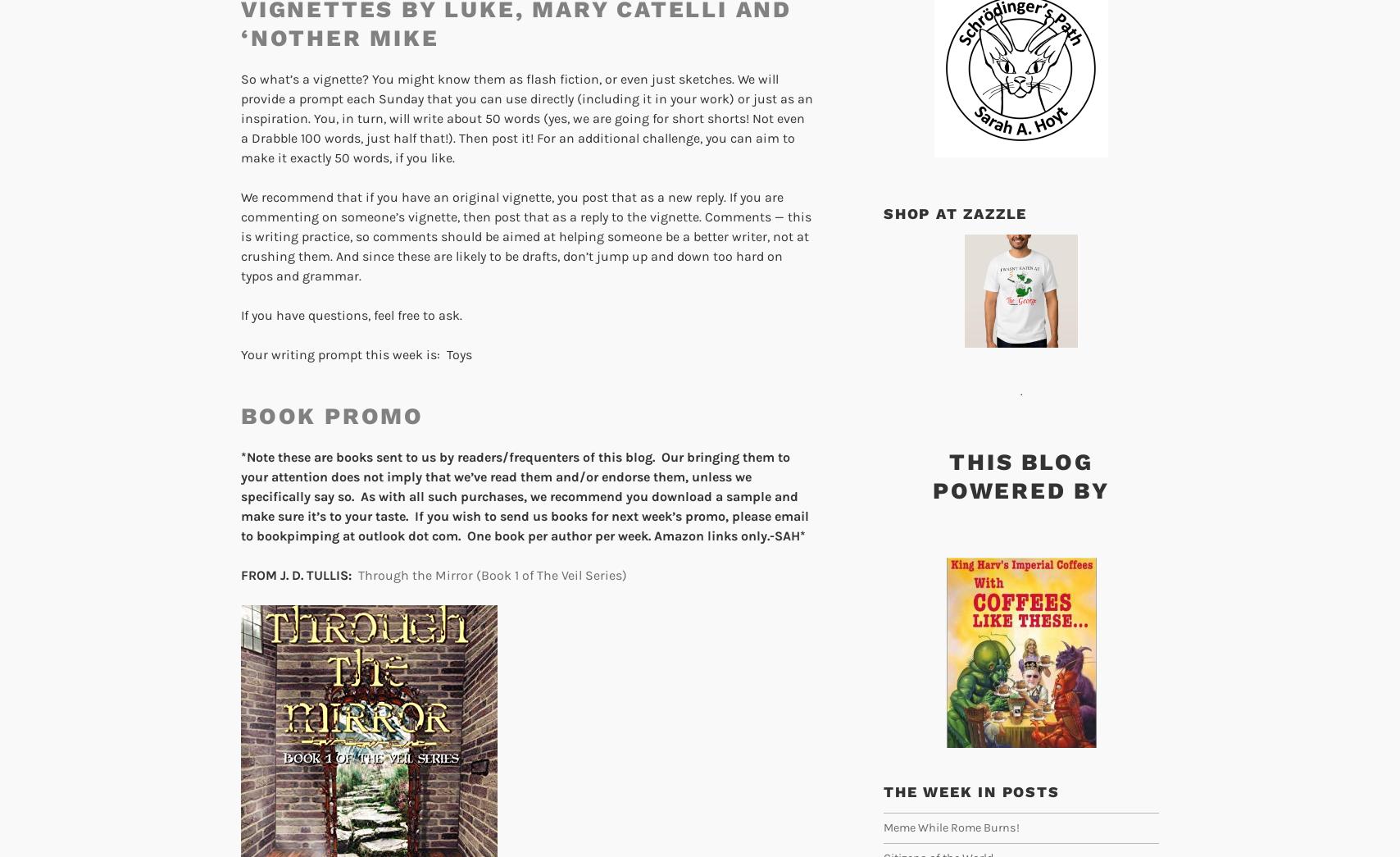 The width and height of the screenshot is (1400, 857). Describe the element at coordinates (955, 212) in the screenshot. I see `'Shop At Zazzle'` at that location.